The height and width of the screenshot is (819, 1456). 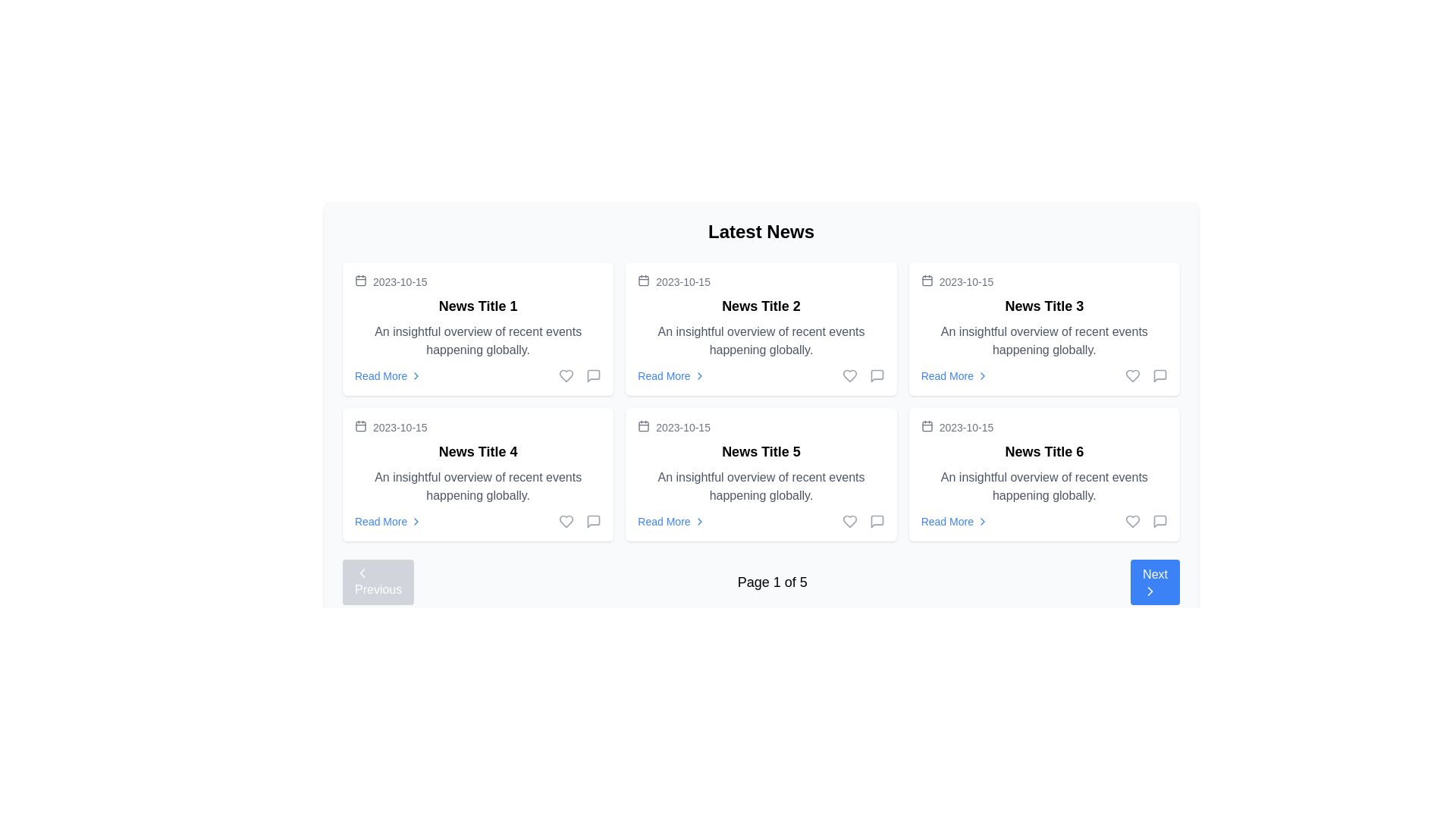 What do you see at coordinates (926, 281) in the screenshot?
I see `the icon representing the publication date of the news article located in the top-left section of the card labeled 'News Title 3'` at bounding box center [926, 281].